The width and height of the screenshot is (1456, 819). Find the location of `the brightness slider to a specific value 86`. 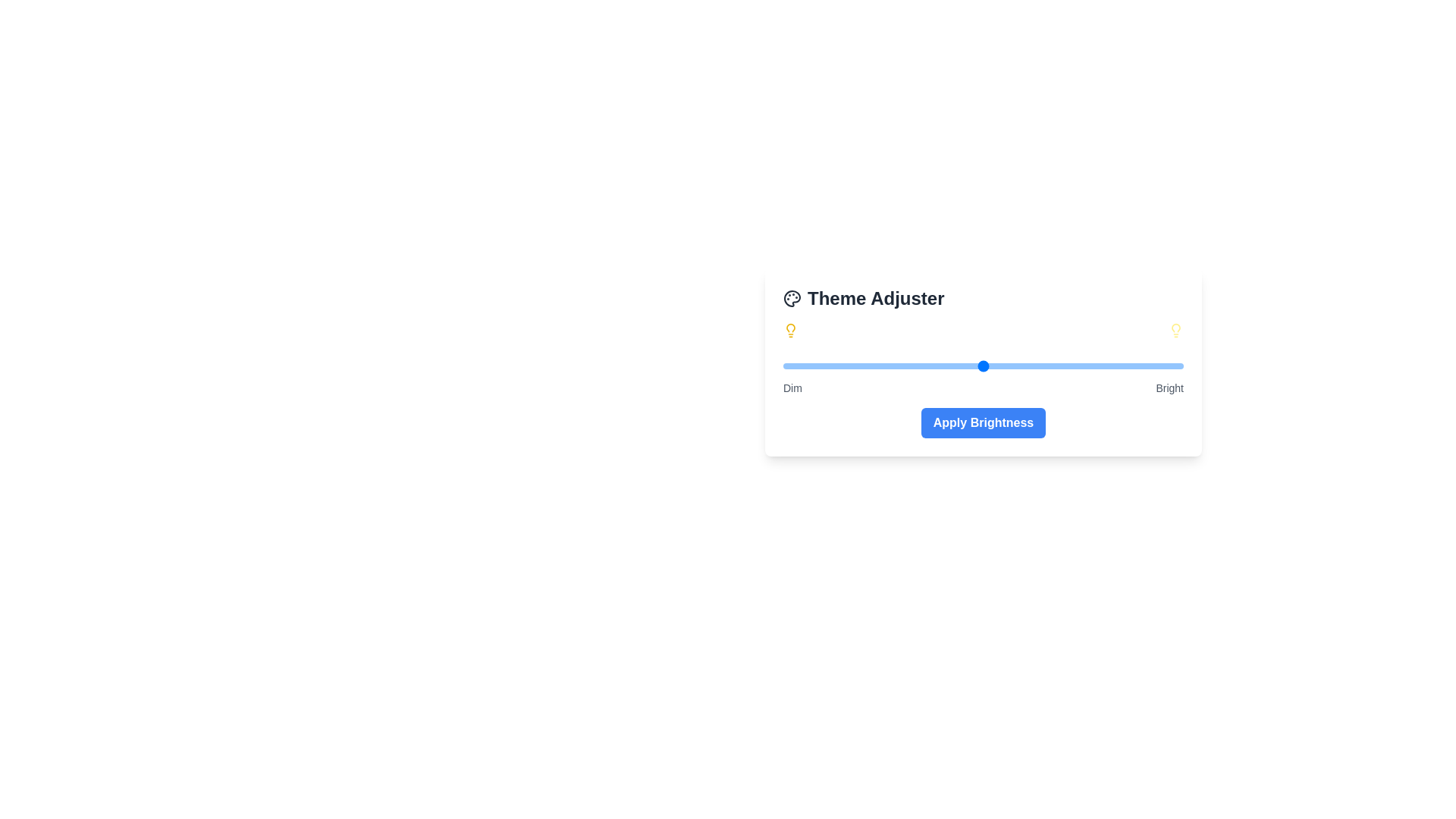

the brightness slider to a specific value 86 is located at coordinates (1128, 366).